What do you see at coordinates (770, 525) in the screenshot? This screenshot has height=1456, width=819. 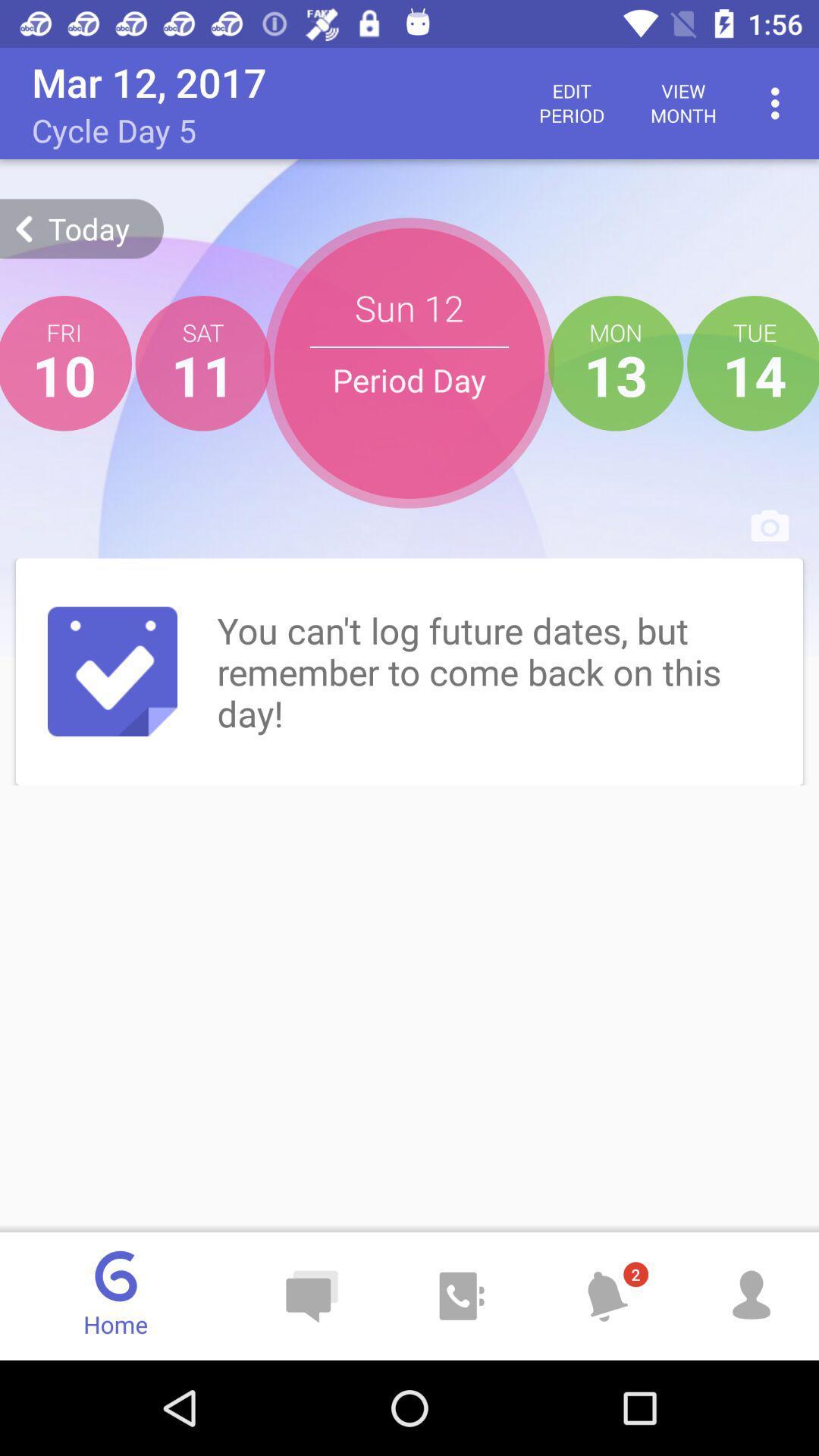 I see `take photo` at bounding box center [770, 525].